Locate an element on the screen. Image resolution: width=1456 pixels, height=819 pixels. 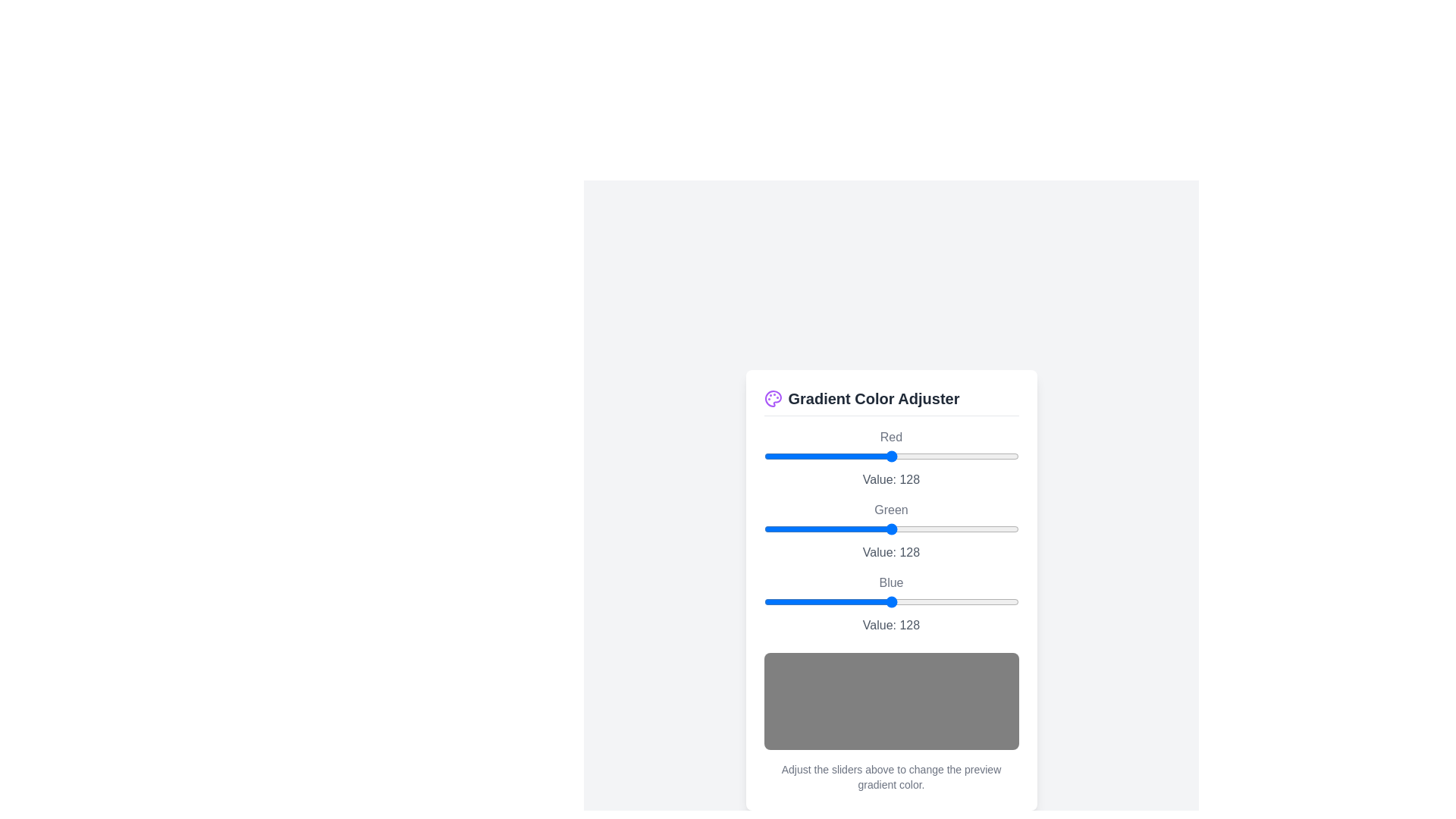
the informational text area to read the content is located at coordinates (891, 777).